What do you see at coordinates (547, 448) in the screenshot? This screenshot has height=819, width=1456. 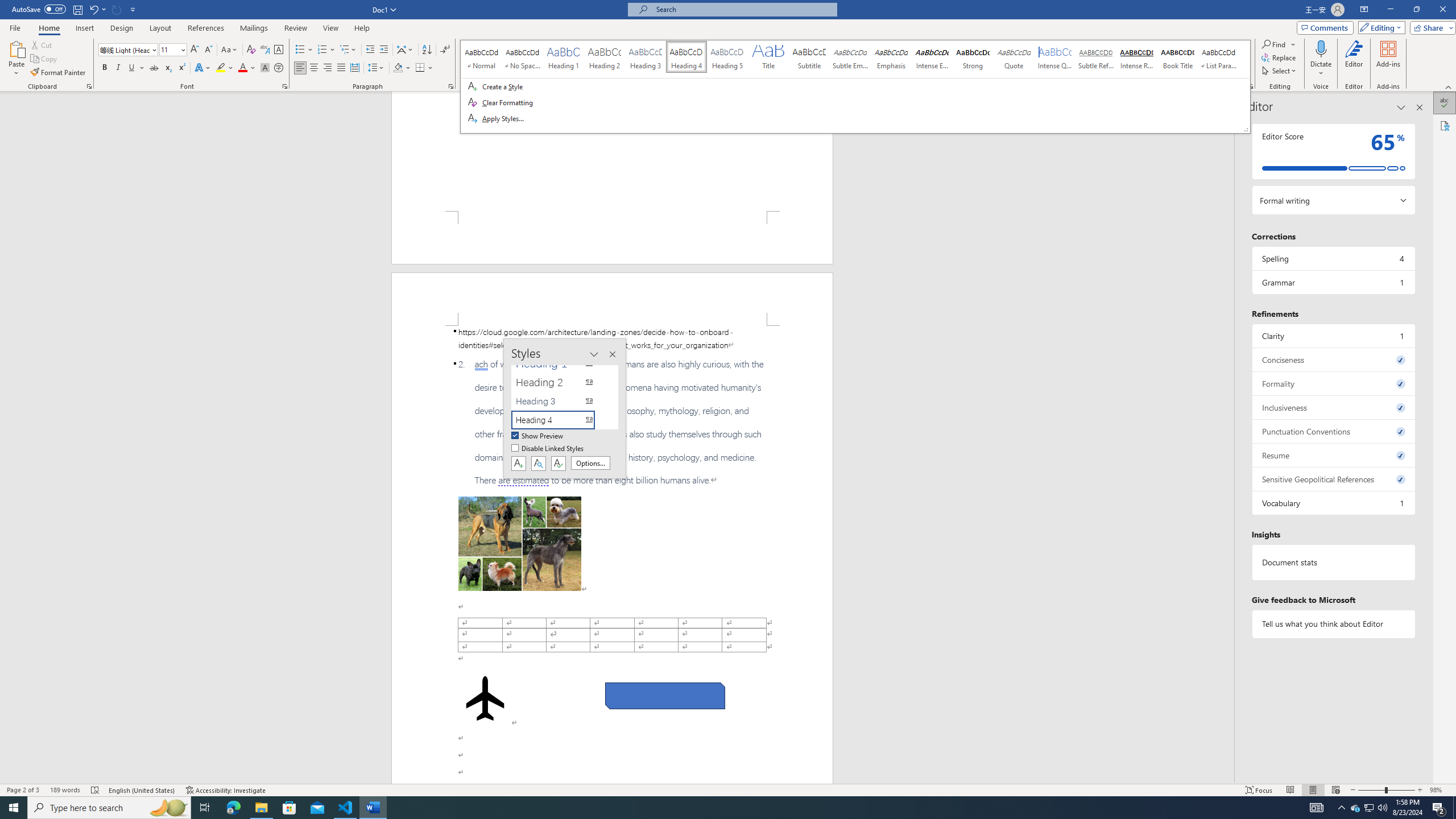 I see `'Disable Linked Styles'` at bounding box center [547, 448].